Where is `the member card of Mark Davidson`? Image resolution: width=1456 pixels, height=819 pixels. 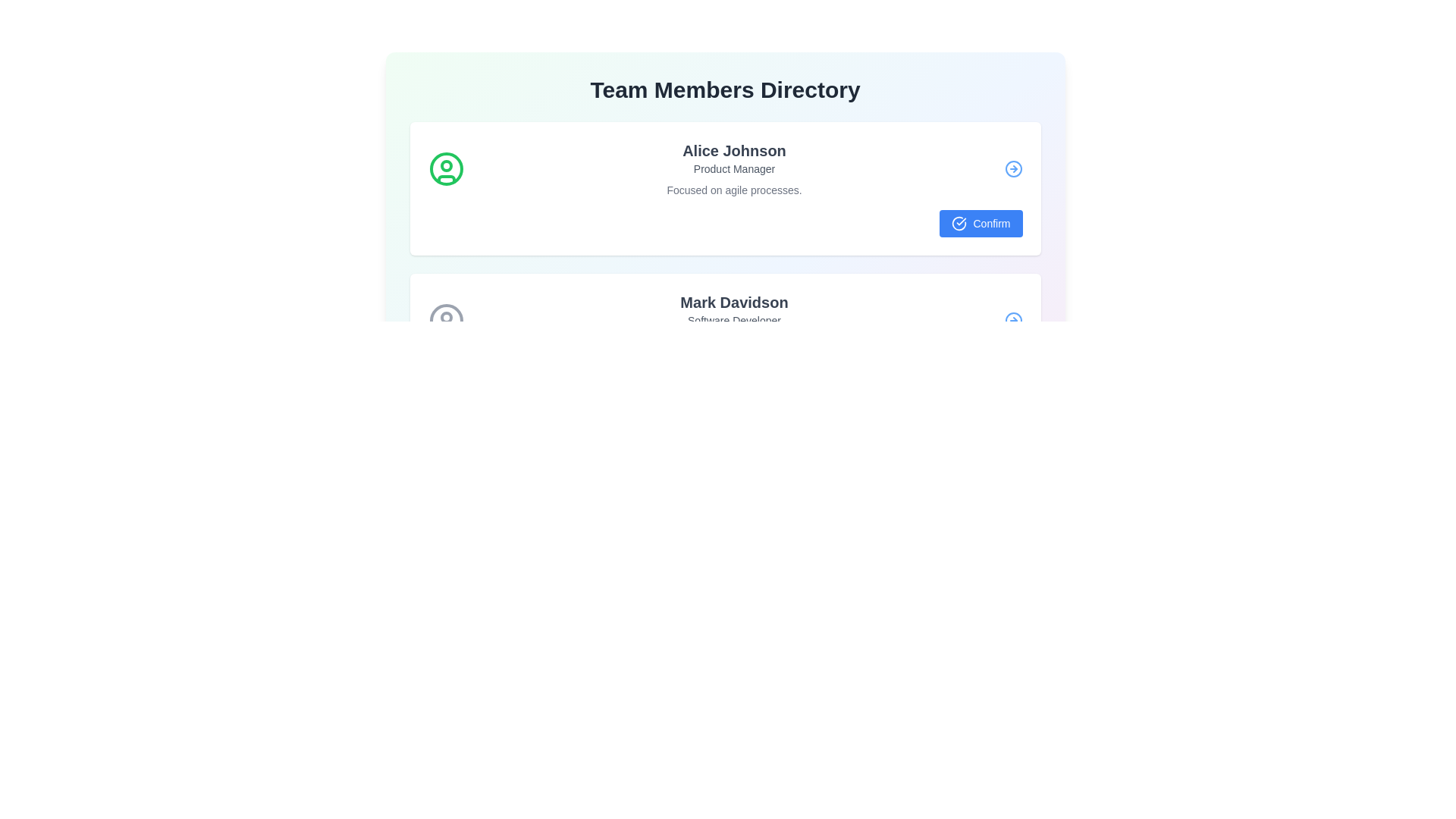 the member card of Mark Davidson is located at coordinates (724, 339).